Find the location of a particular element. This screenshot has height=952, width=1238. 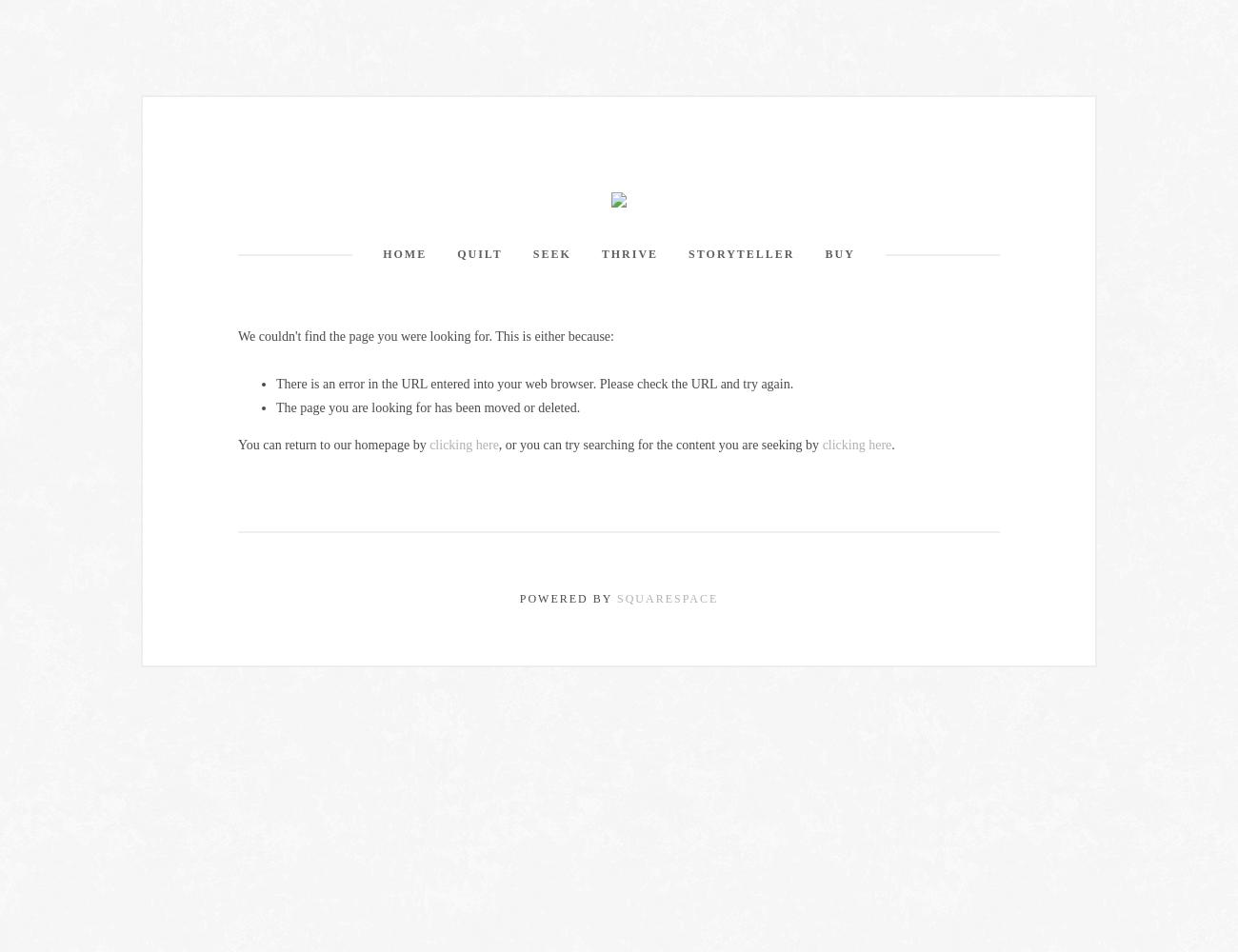

'Buy' is located at coordinates (838, 254).